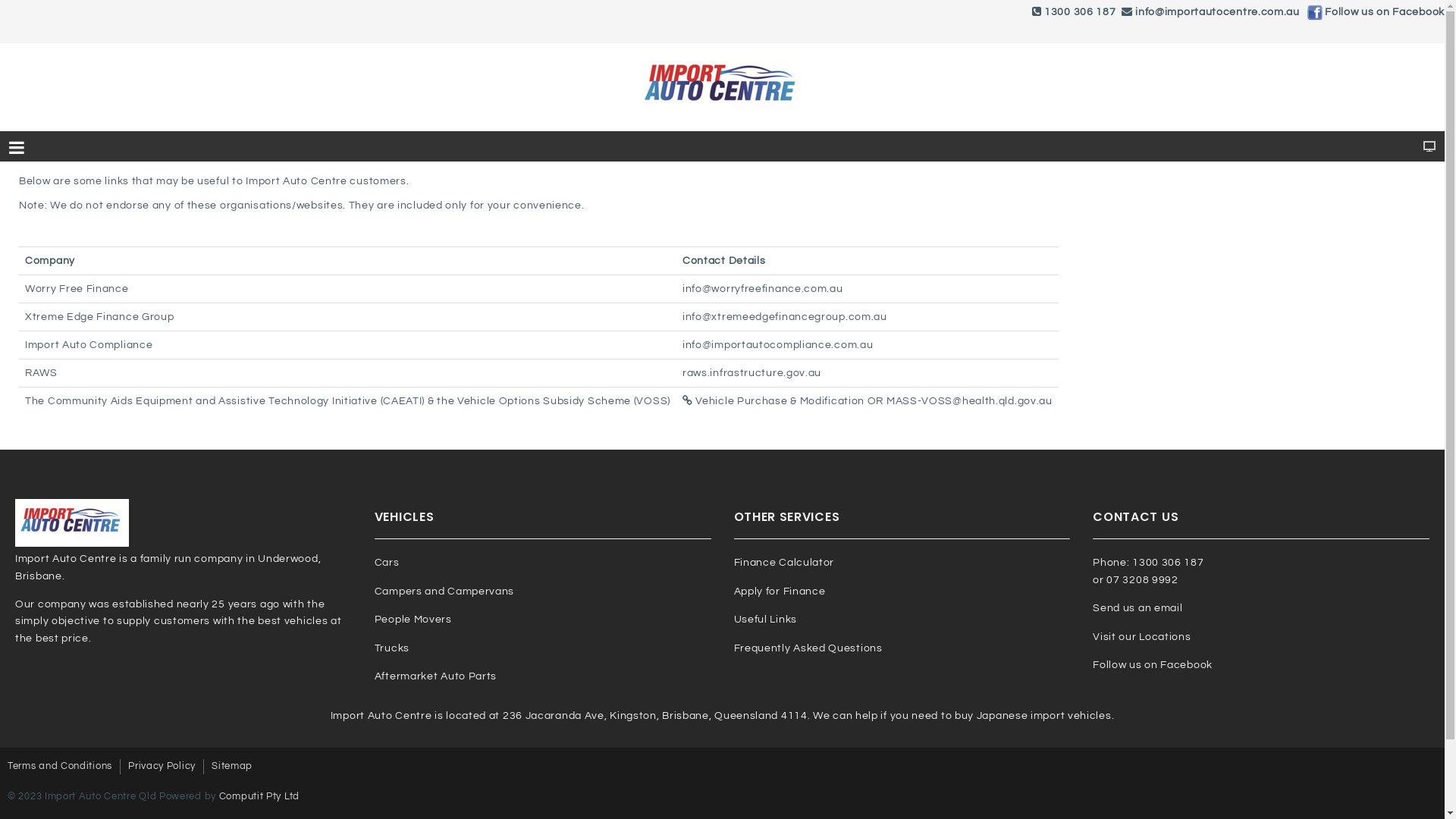  What do you see at coordinates (413, 620) in the screenshot?
I see `'People Movers'` at bounding box center [413, 620].